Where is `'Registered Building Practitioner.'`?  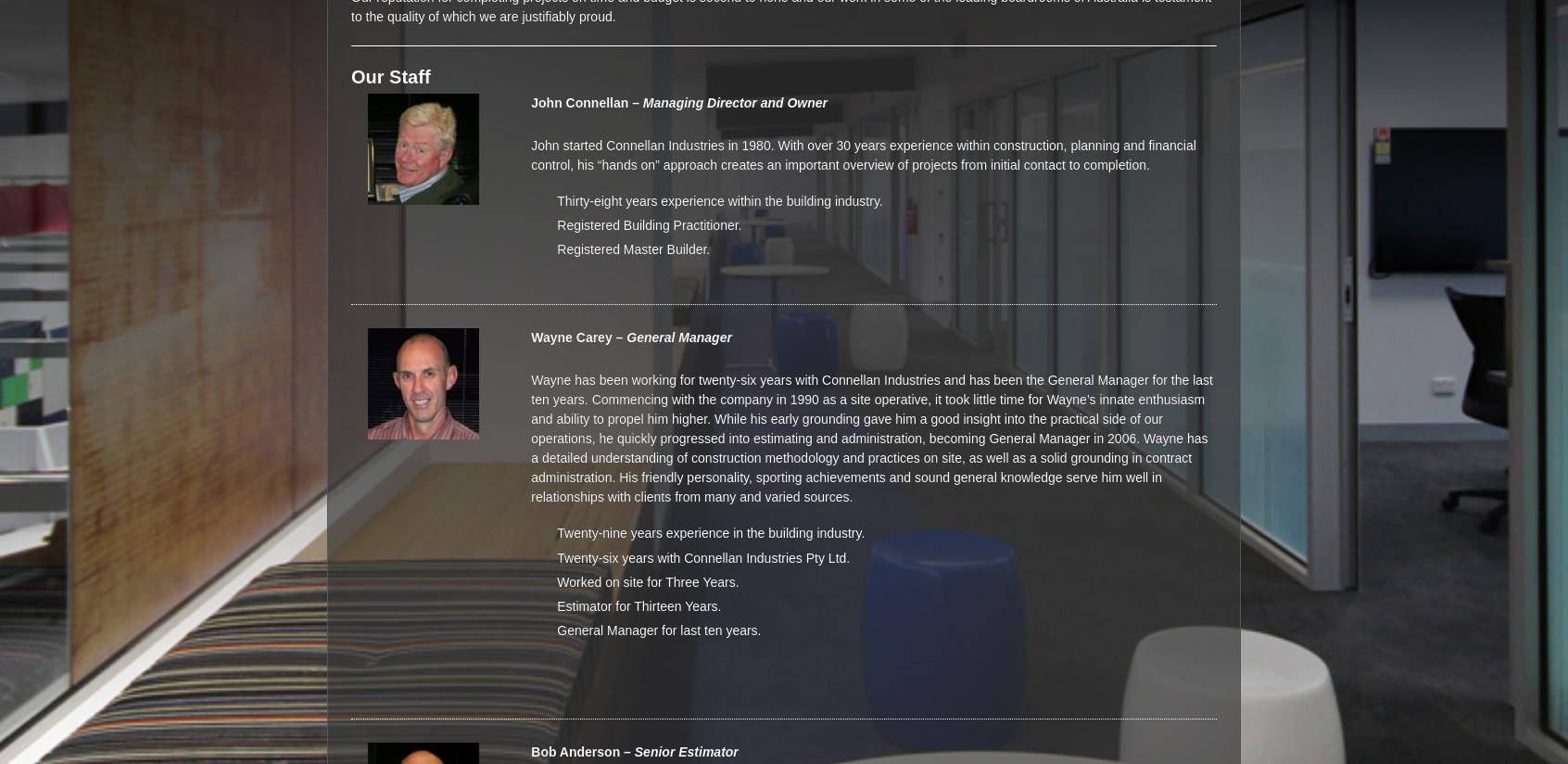
'Registered Building Practitioner.' is located at coordinates (649, 224).